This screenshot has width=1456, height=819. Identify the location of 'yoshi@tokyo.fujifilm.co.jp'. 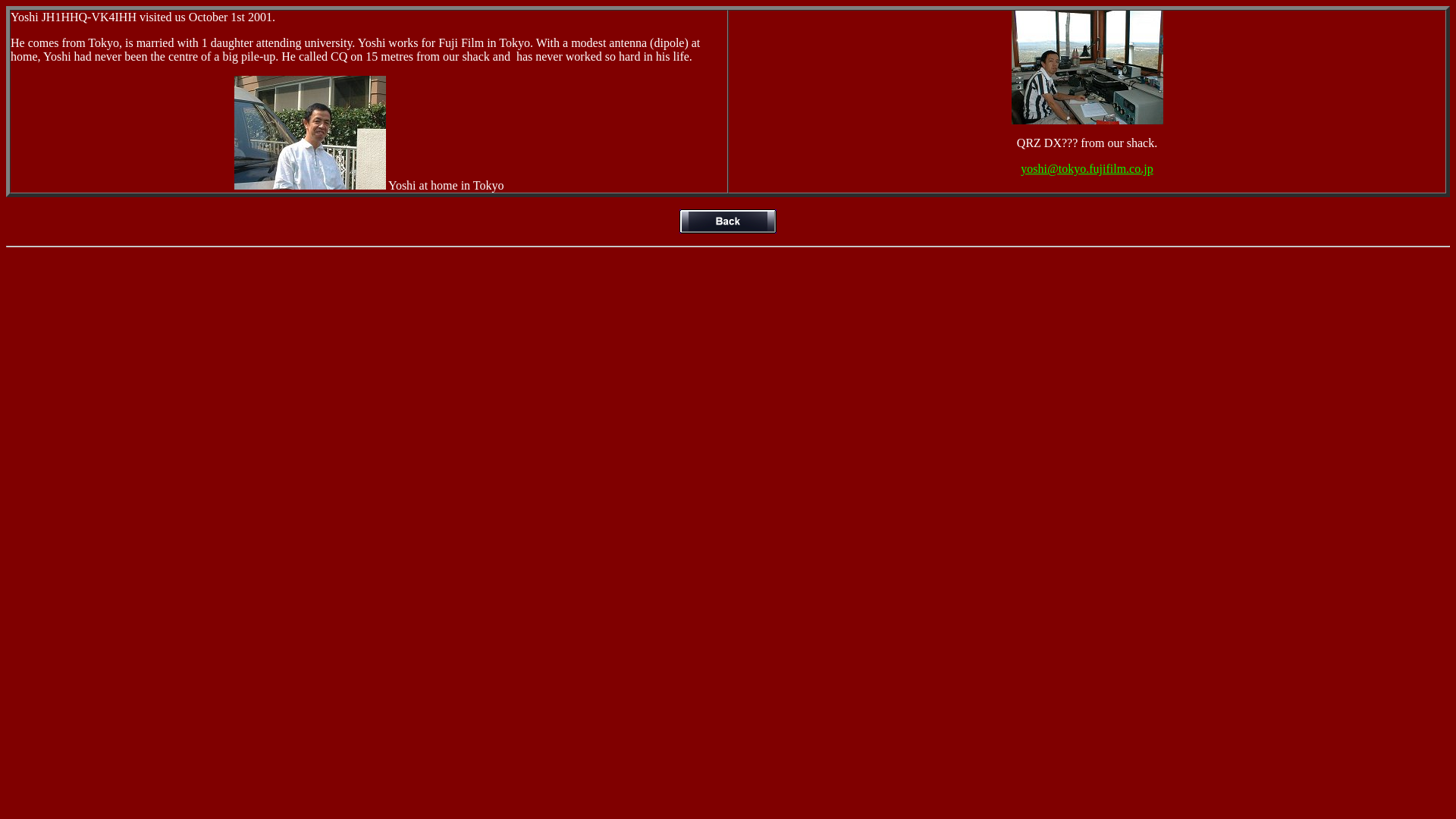
(1086, 168).